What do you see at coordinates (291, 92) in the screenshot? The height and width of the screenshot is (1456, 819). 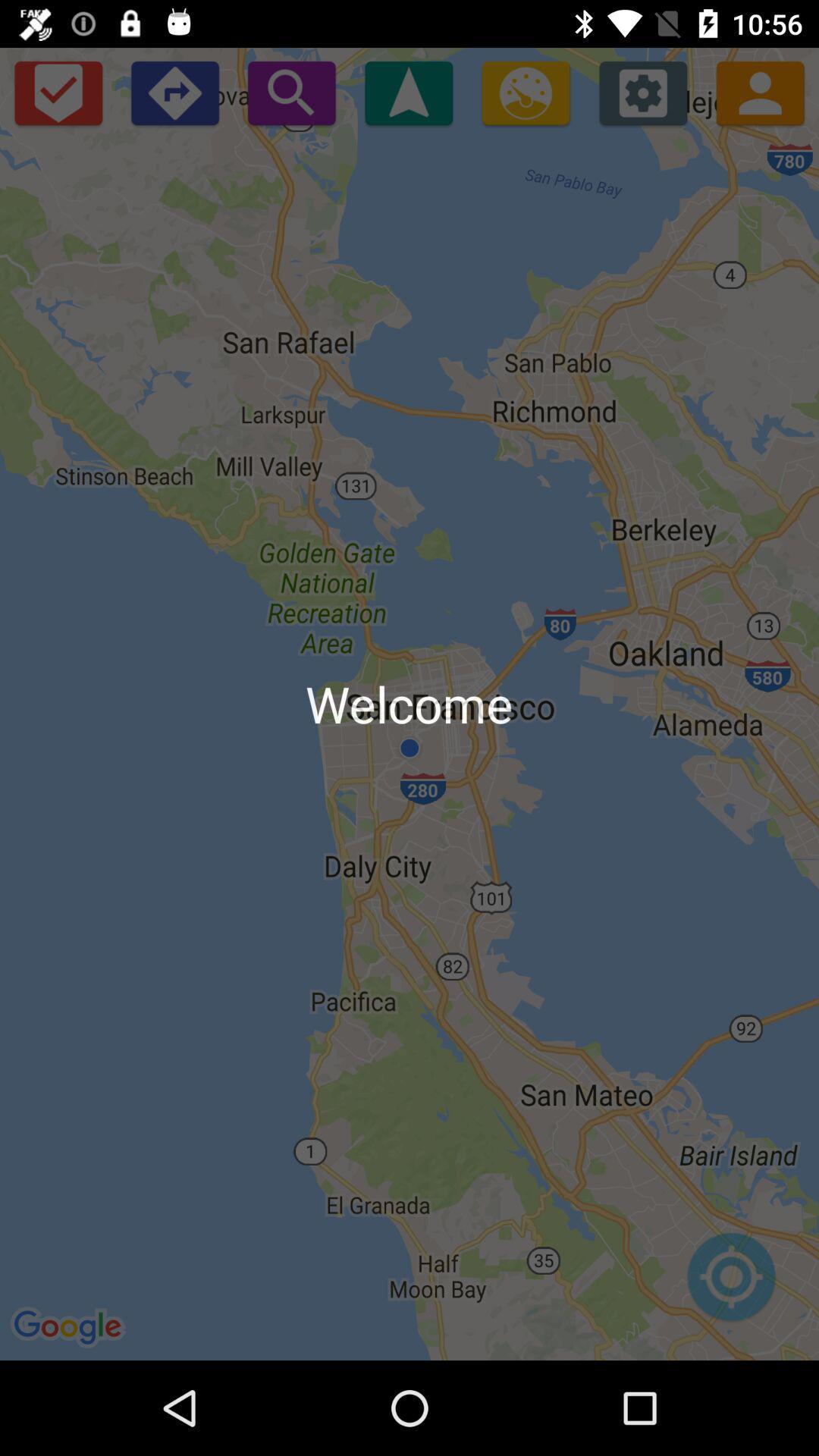 I see `the search icon` at bounding box center [291, 92].